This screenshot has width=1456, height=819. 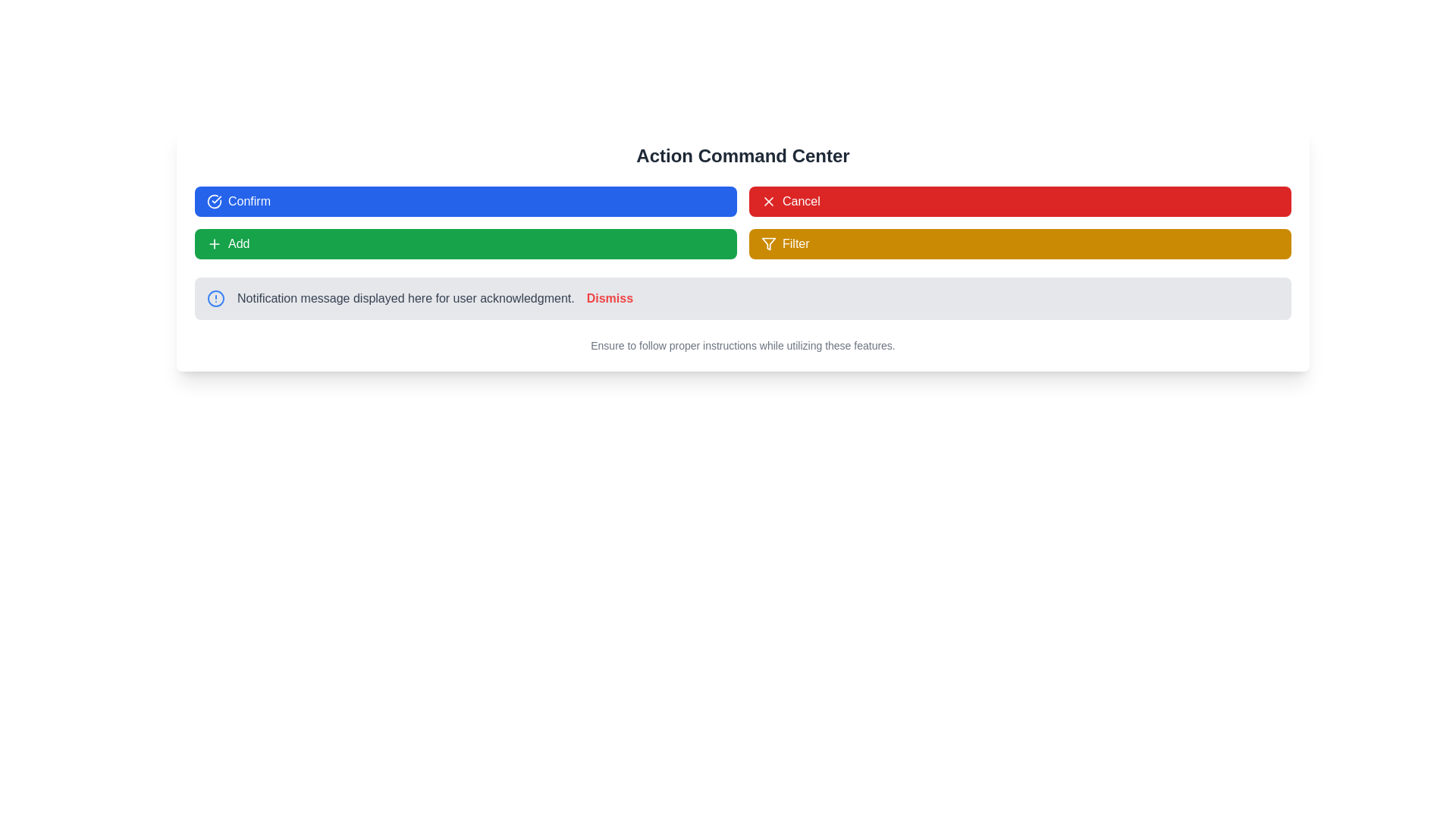 What do you see at coordinates (406, 298) in the screenshot?
I see `the static text element displaying a notification message, which is located within a gray notification bar between an icon and a 'Dismiss' button` at bounding box center [406, 298].